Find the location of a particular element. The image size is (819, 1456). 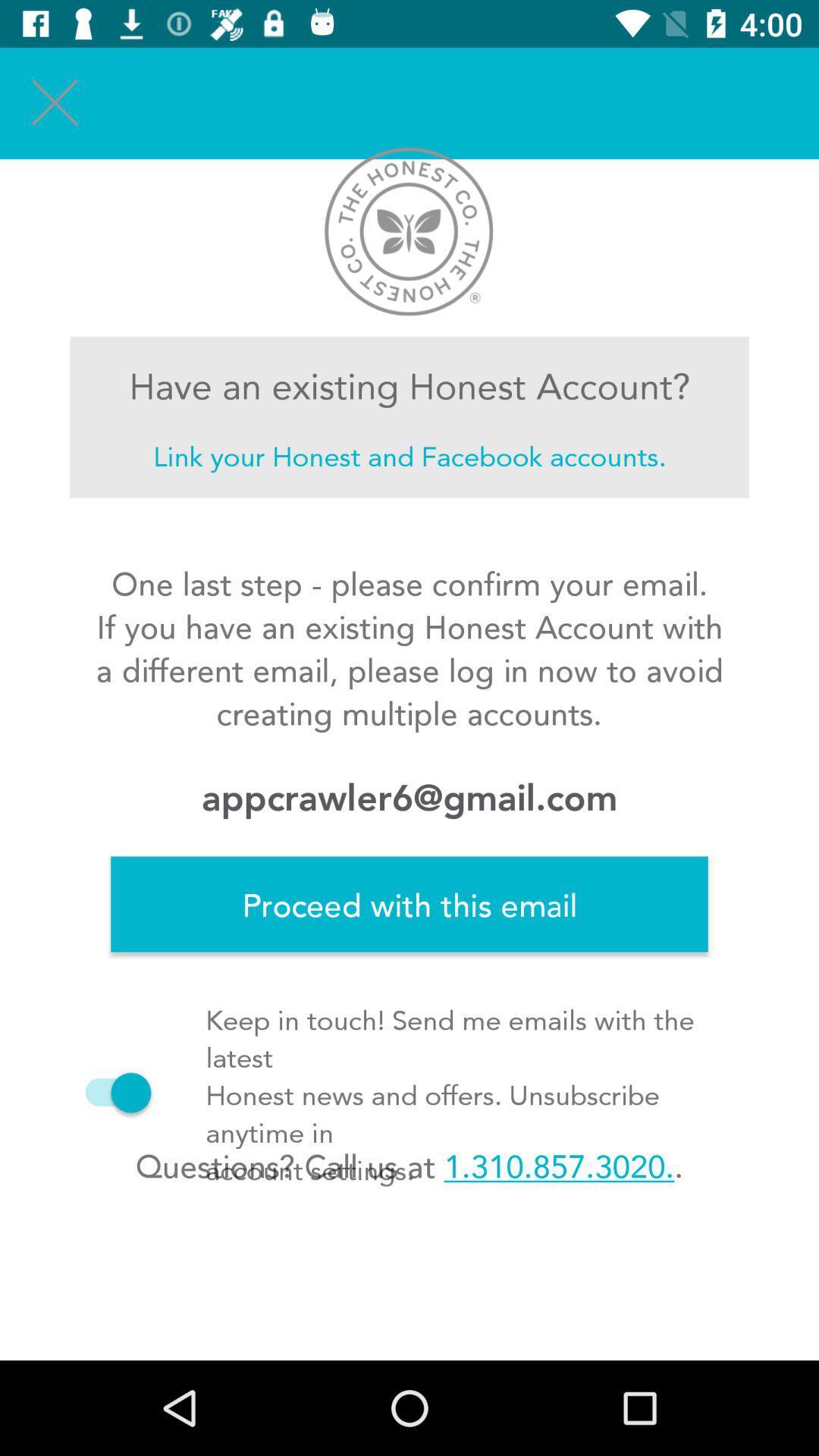

the item below the appcrawler6@gmail.com item is located at coordinates (409, 904).